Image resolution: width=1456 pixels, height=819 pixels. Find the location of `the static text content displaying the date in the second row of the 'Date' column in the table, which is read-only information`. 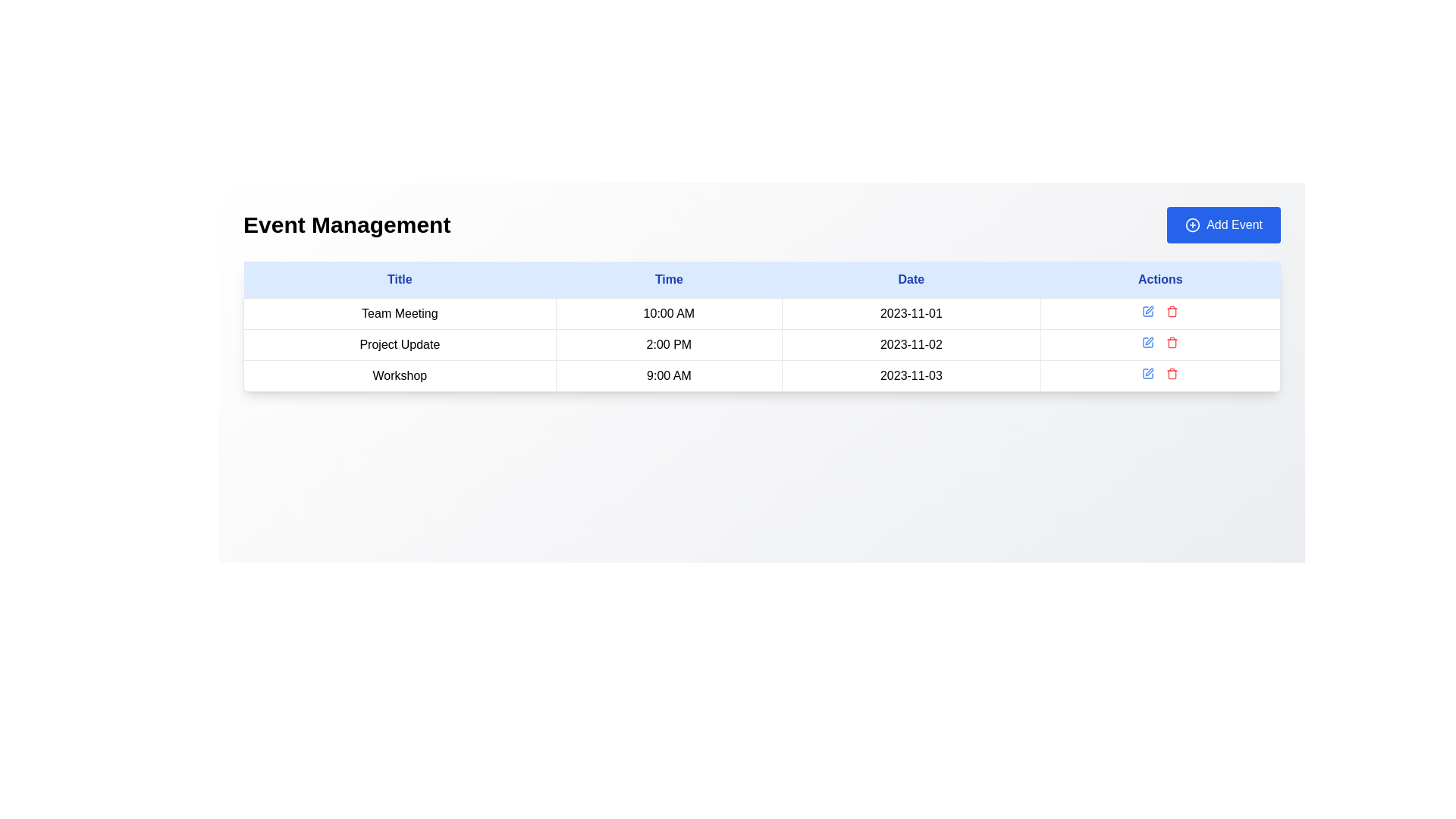

the static text content displaying the date in the second row of the 'Date' column in the table, which is read-only information is located at coordinates (910, 312).